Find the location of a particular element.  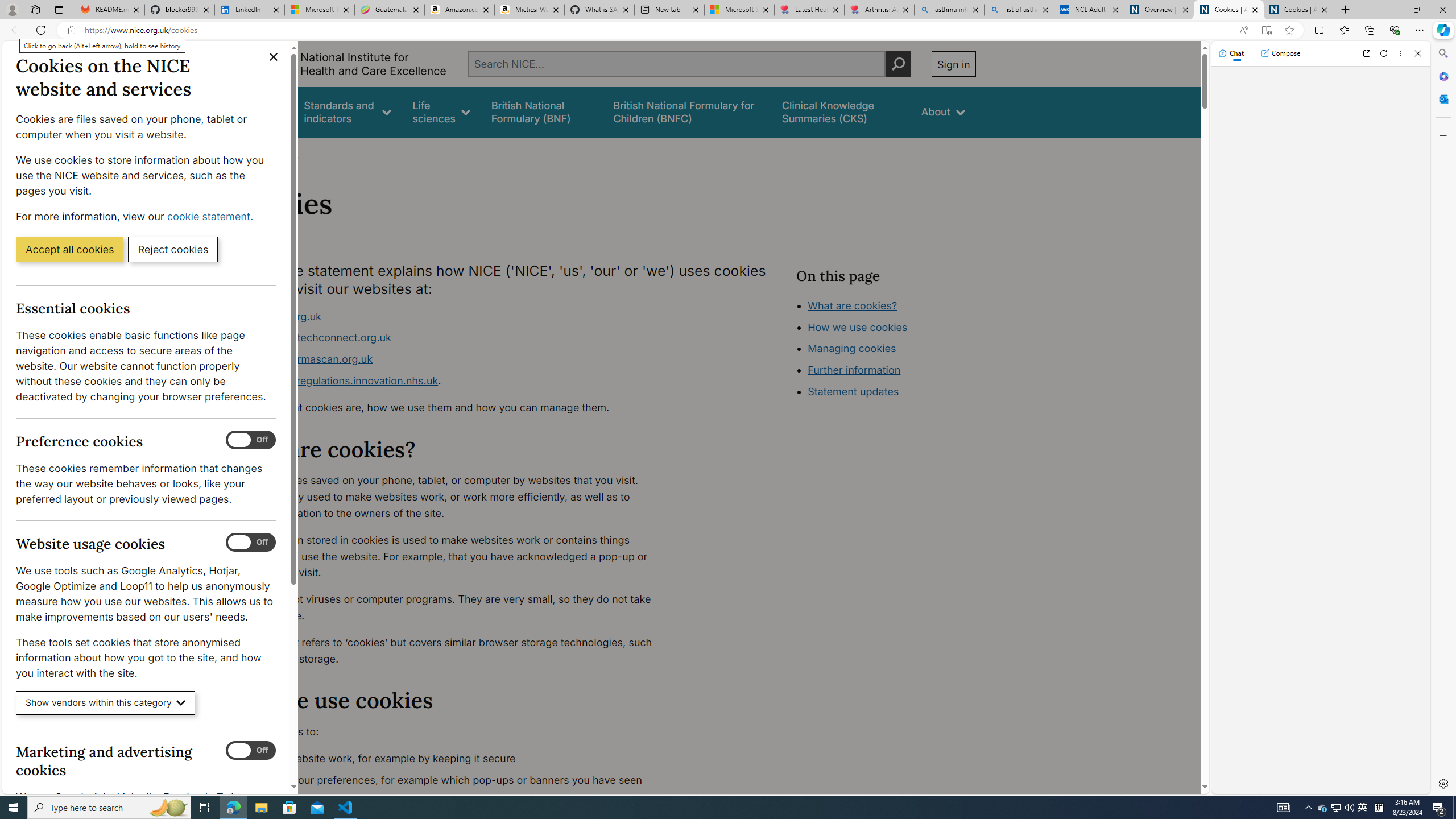

'www.healthtechconnect.org.uk' is located at coordinates (315, 337).